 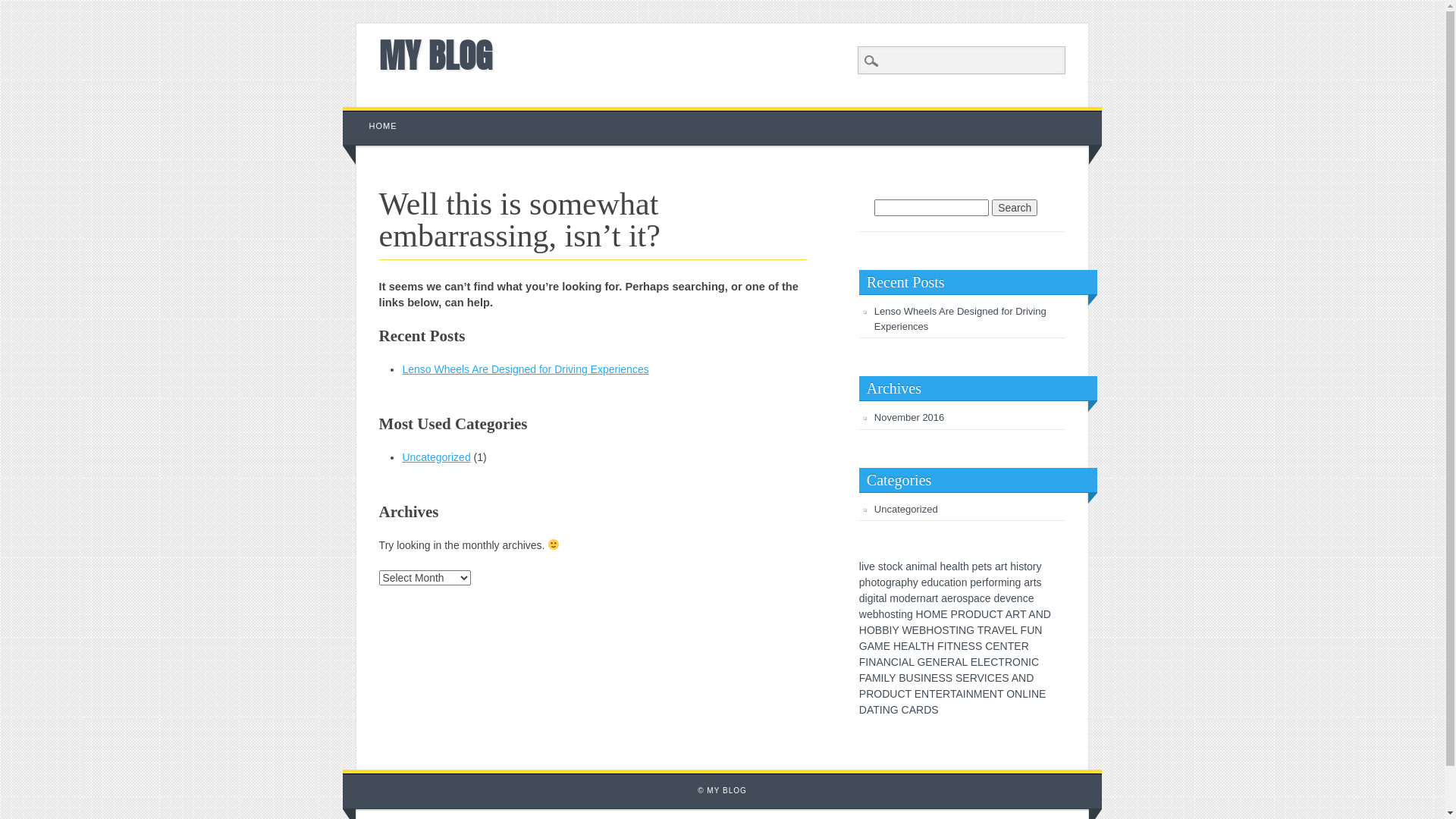 What do you see at coordinates (910, 646) in the screenshot?
I see `'A'` at bounding box center [910, 646].